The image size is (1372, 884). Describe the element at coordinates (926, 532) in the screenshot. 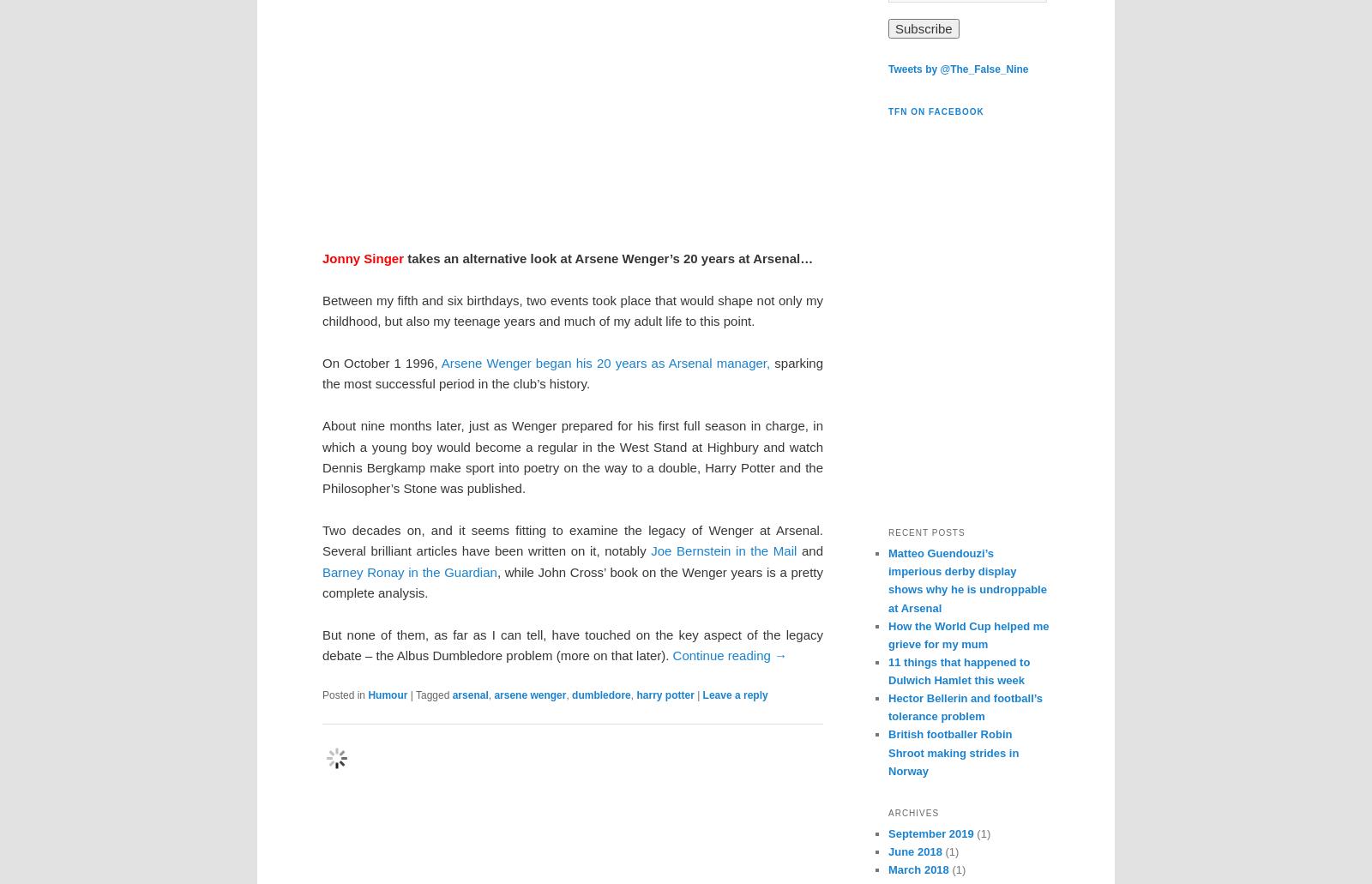

I see `'Recent Posts'` at that location.